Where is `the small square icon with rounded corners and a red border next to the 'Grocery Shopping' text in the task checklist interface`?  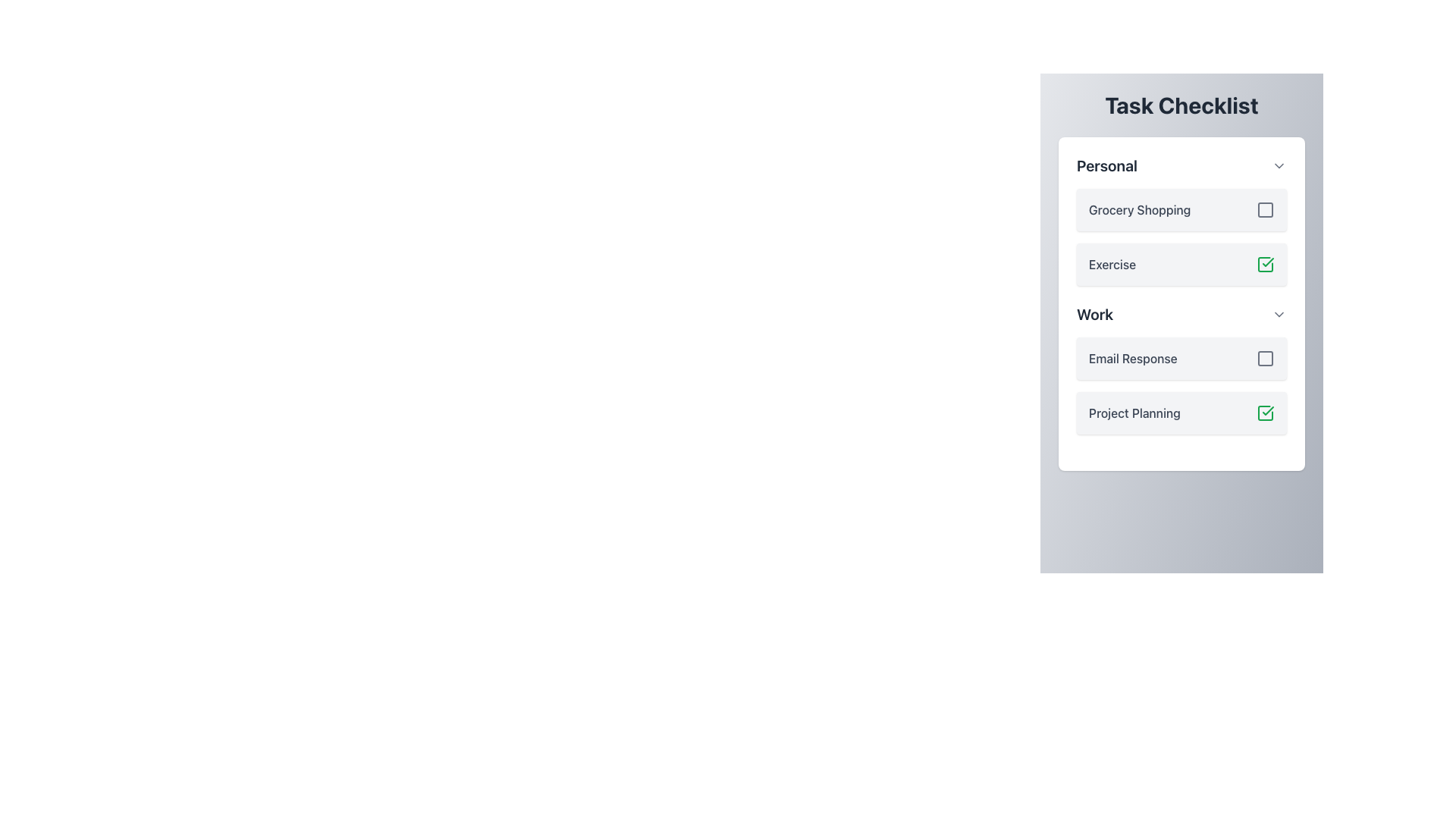 the small square icon with rounded corners and a red border next to the 'Grocery Shopping' text in the task checklist interface is located at coordinates (1266, 210).